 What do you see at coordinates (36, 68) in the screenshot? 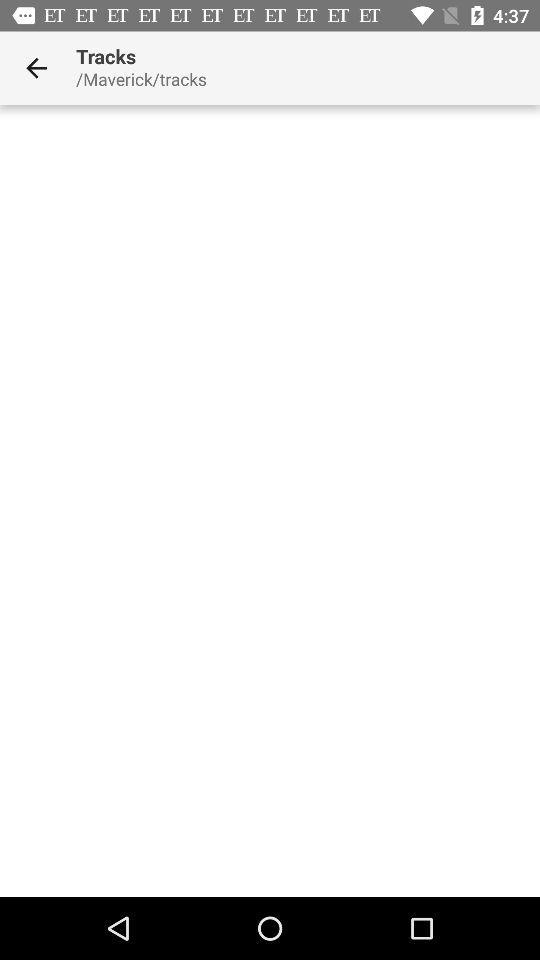
I see `the icon to the left of the tracks icon` at bounding box center [36, 68].